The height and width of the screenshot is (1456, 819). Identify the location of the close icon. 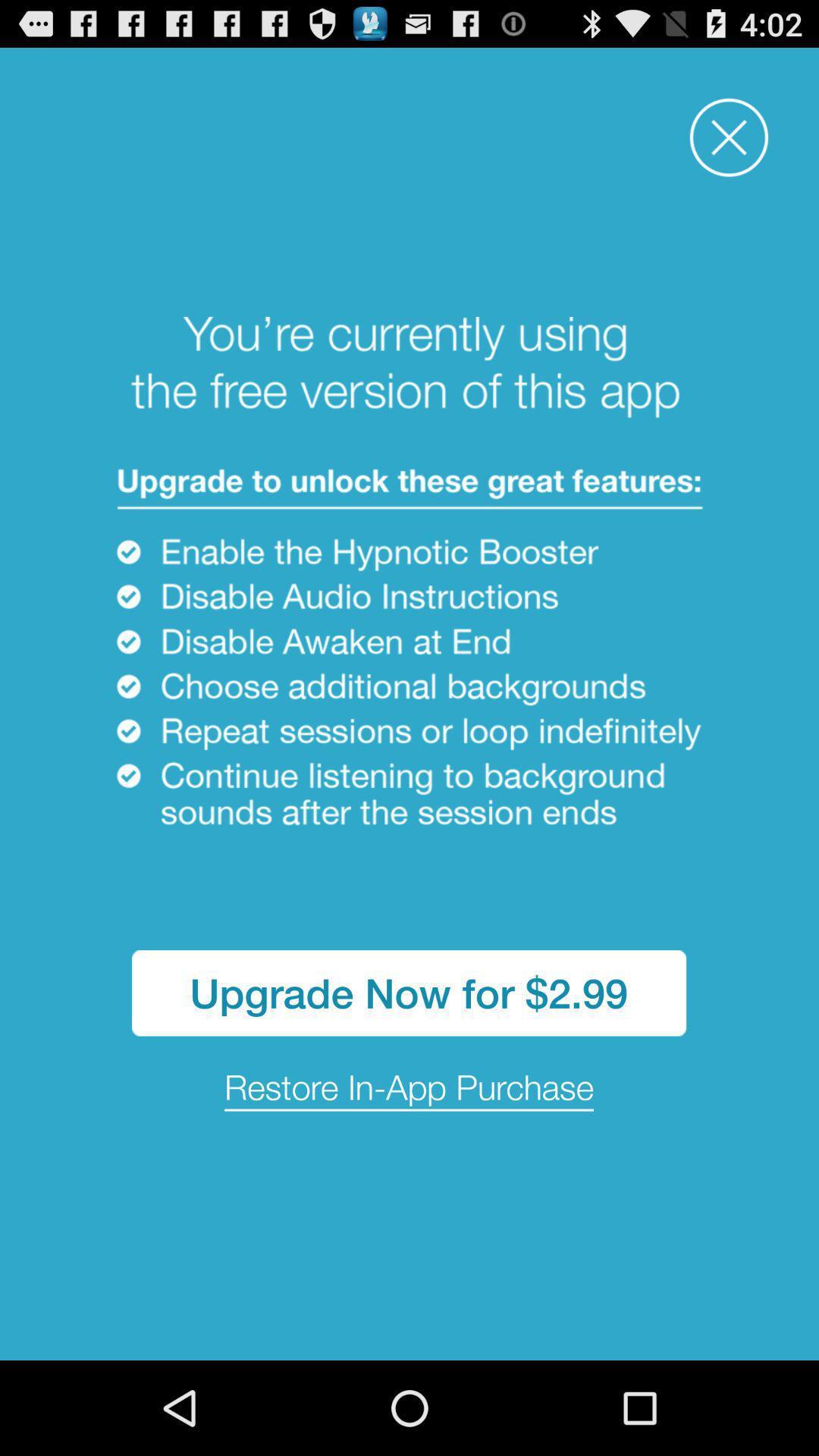
(728, 147).